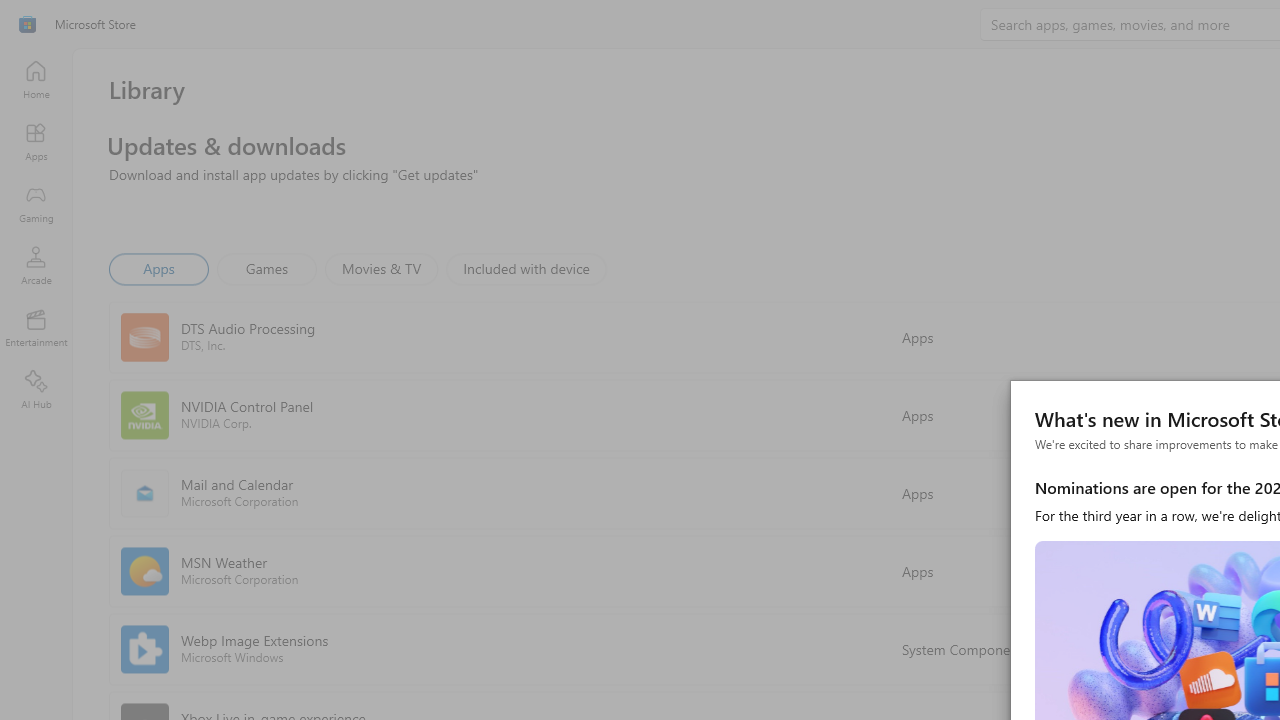  Describe the element at coordinates (35, 203) in the screenshot. I see `'Gaming'` at that location.